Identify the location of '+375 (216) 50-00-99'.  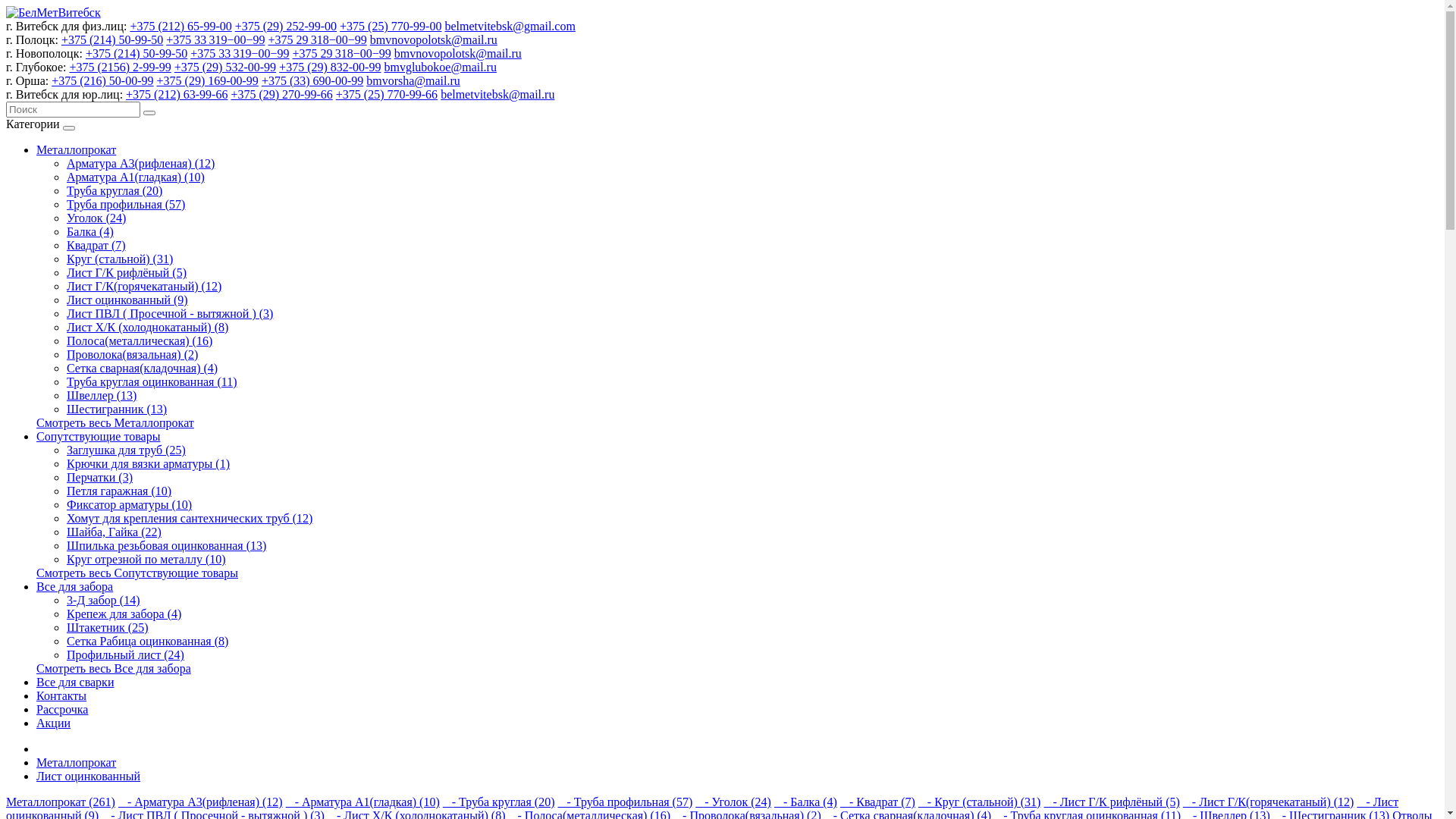
(101, 80).